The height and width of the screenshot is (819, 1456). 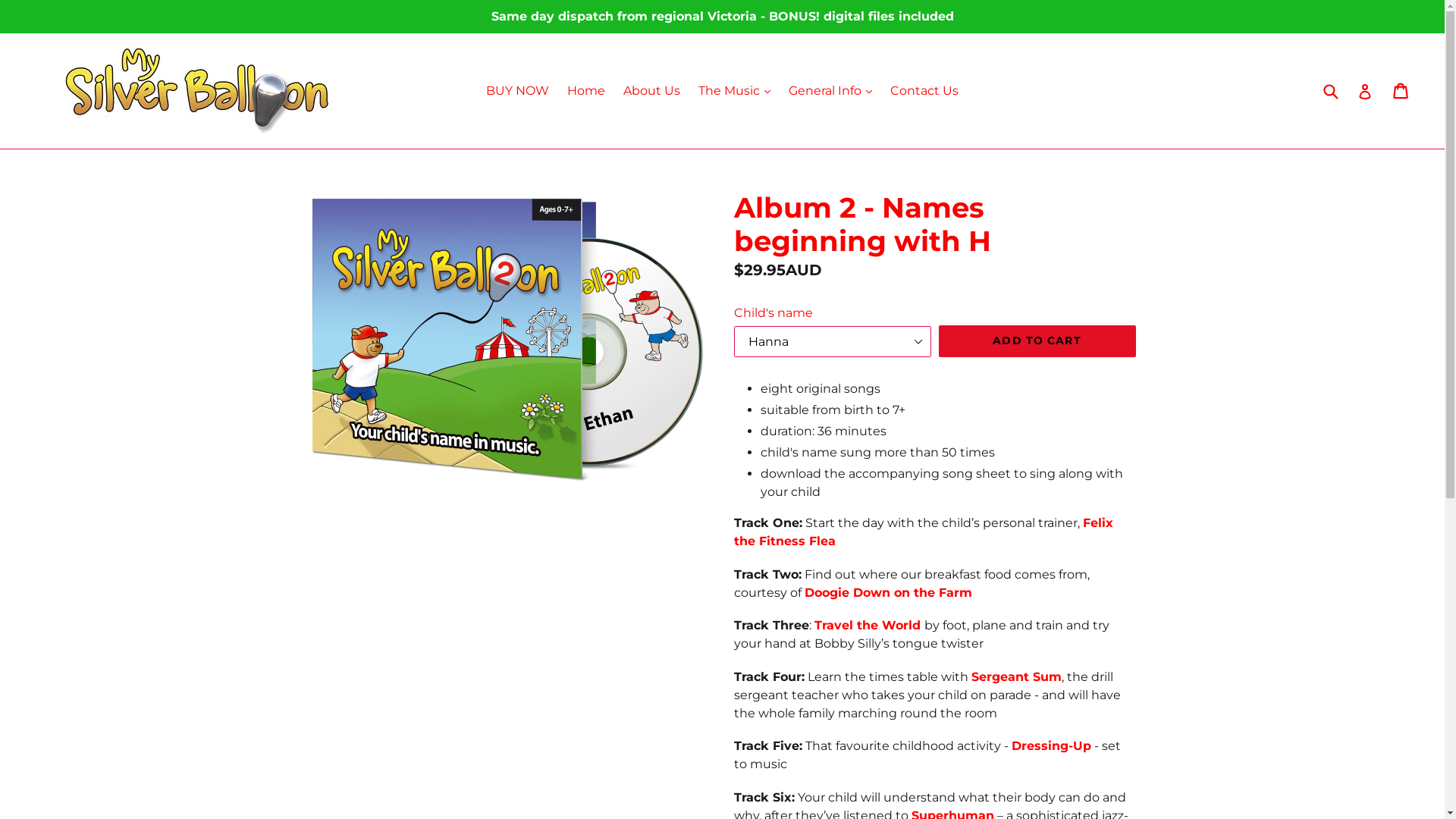 I want to click on 'Submit', so click(x=1329, y=90).